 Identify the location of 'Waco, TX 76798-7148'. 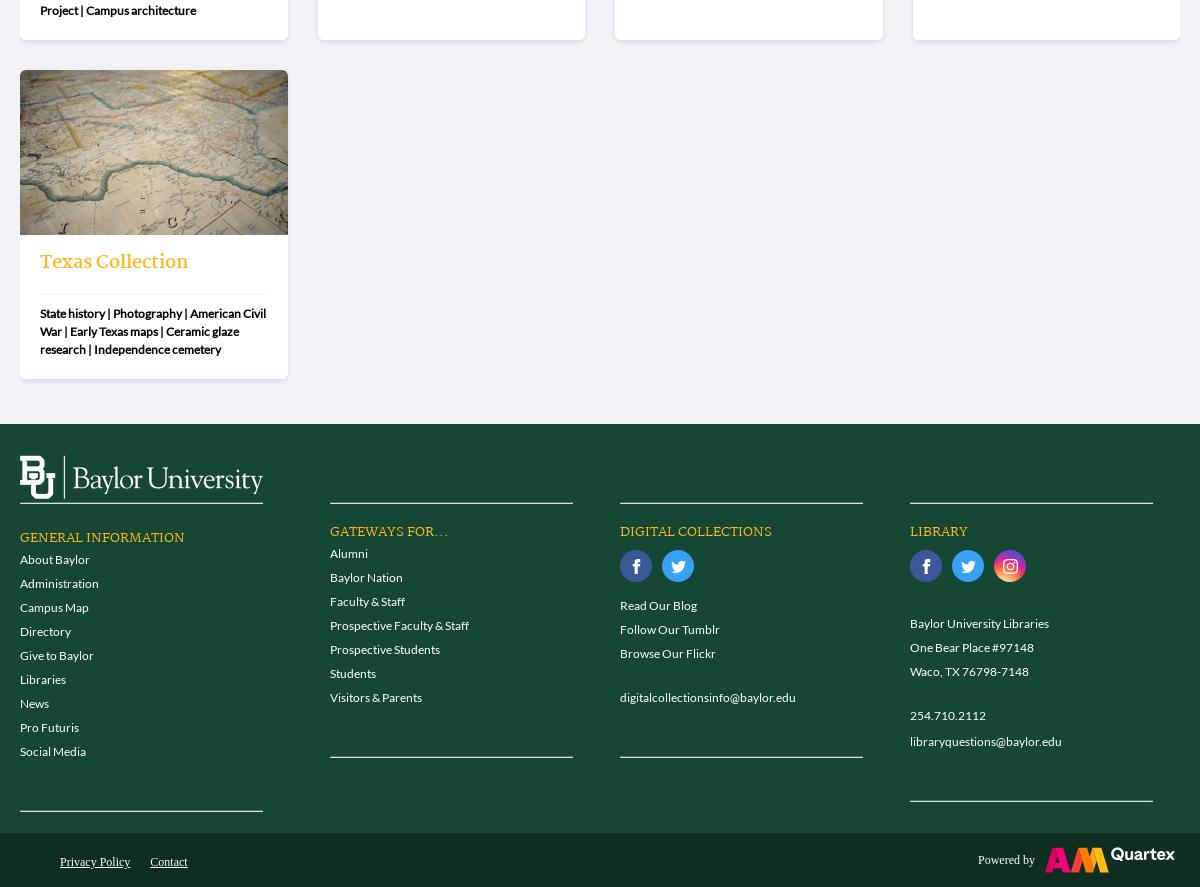
(969, 670).